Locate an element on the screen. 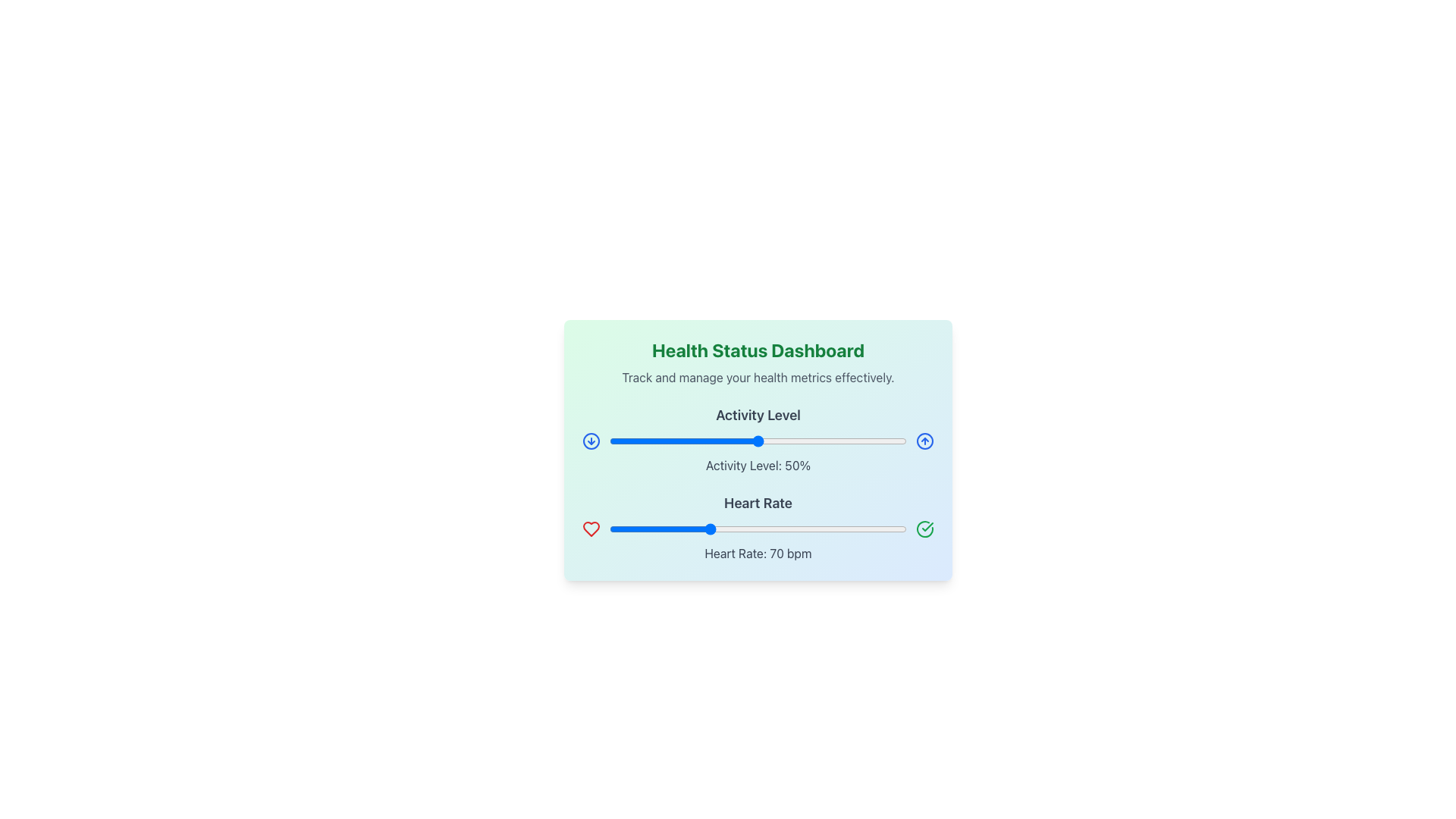 The width and height of the screenshot is (1456, 819). heart rate is located at coordinates (632, 529).